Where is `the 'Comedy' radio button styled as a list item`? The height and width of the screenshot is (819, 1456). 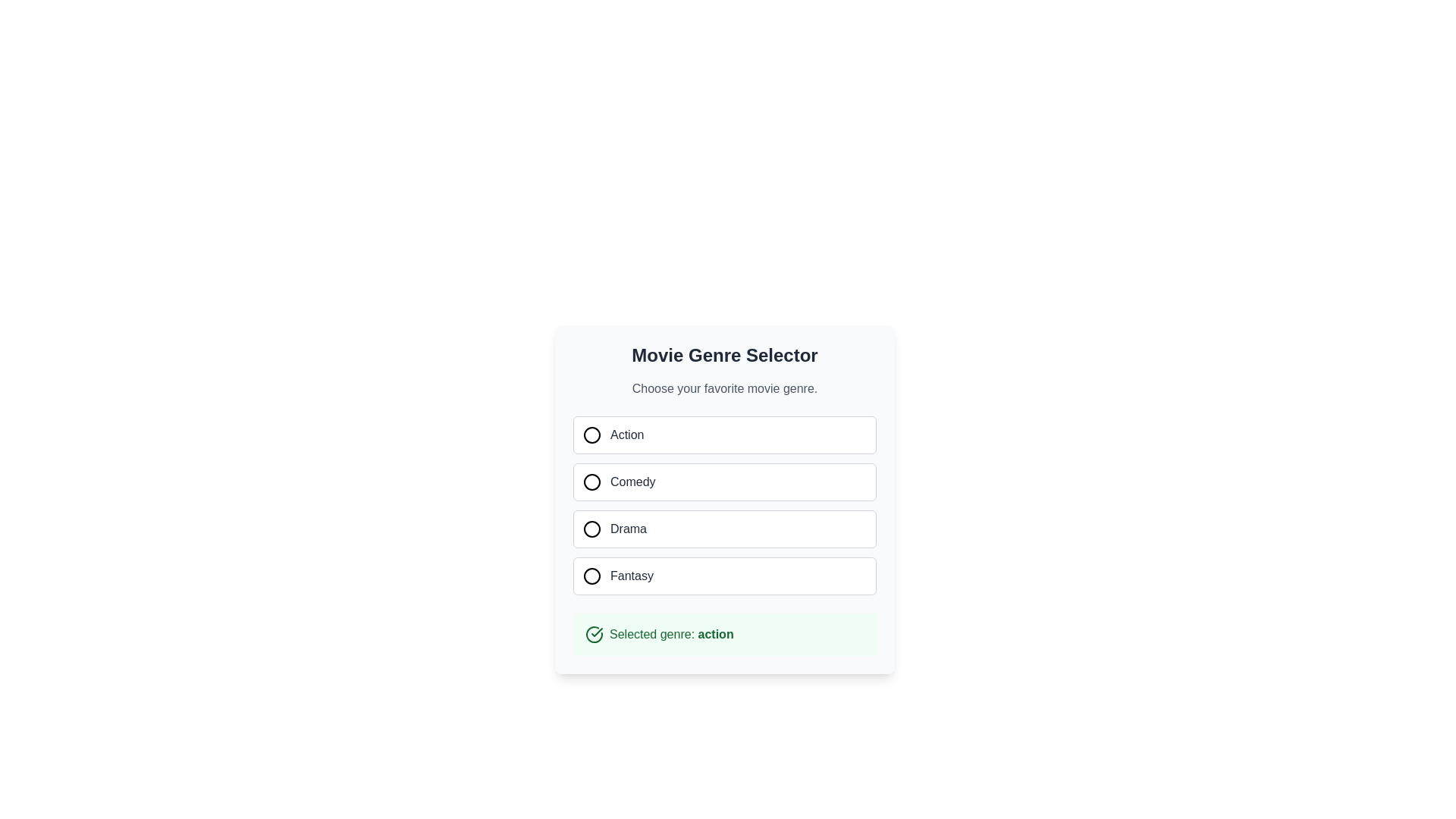 the 'Comedy' radio button styled as a list item is located at coordinates (723, 500).